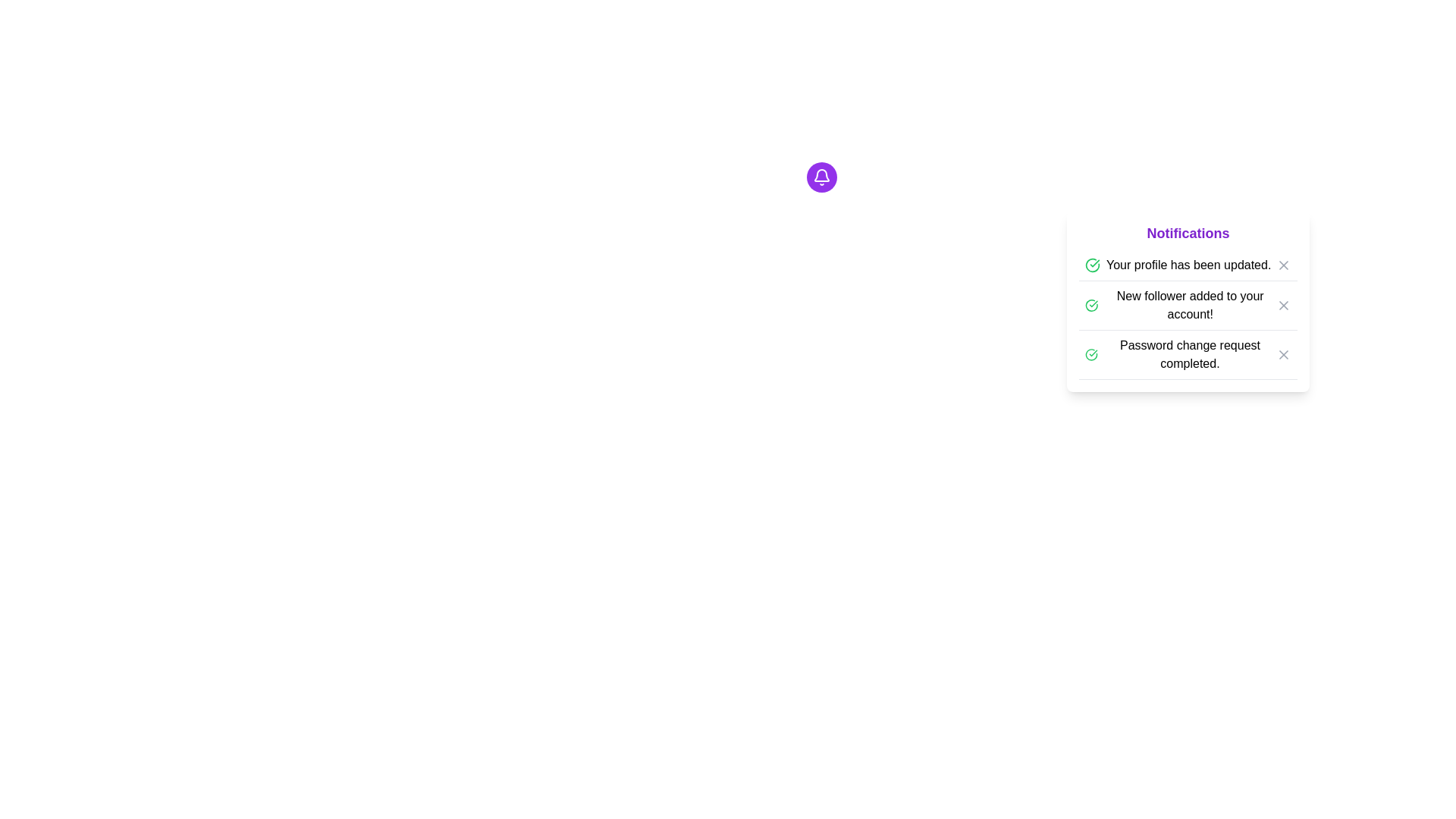 Image resolution: width=1456 pixels, height=819 pixels. I want to click on the gray 'X' icon on the right side of the notification bar, so click(1283, 265).